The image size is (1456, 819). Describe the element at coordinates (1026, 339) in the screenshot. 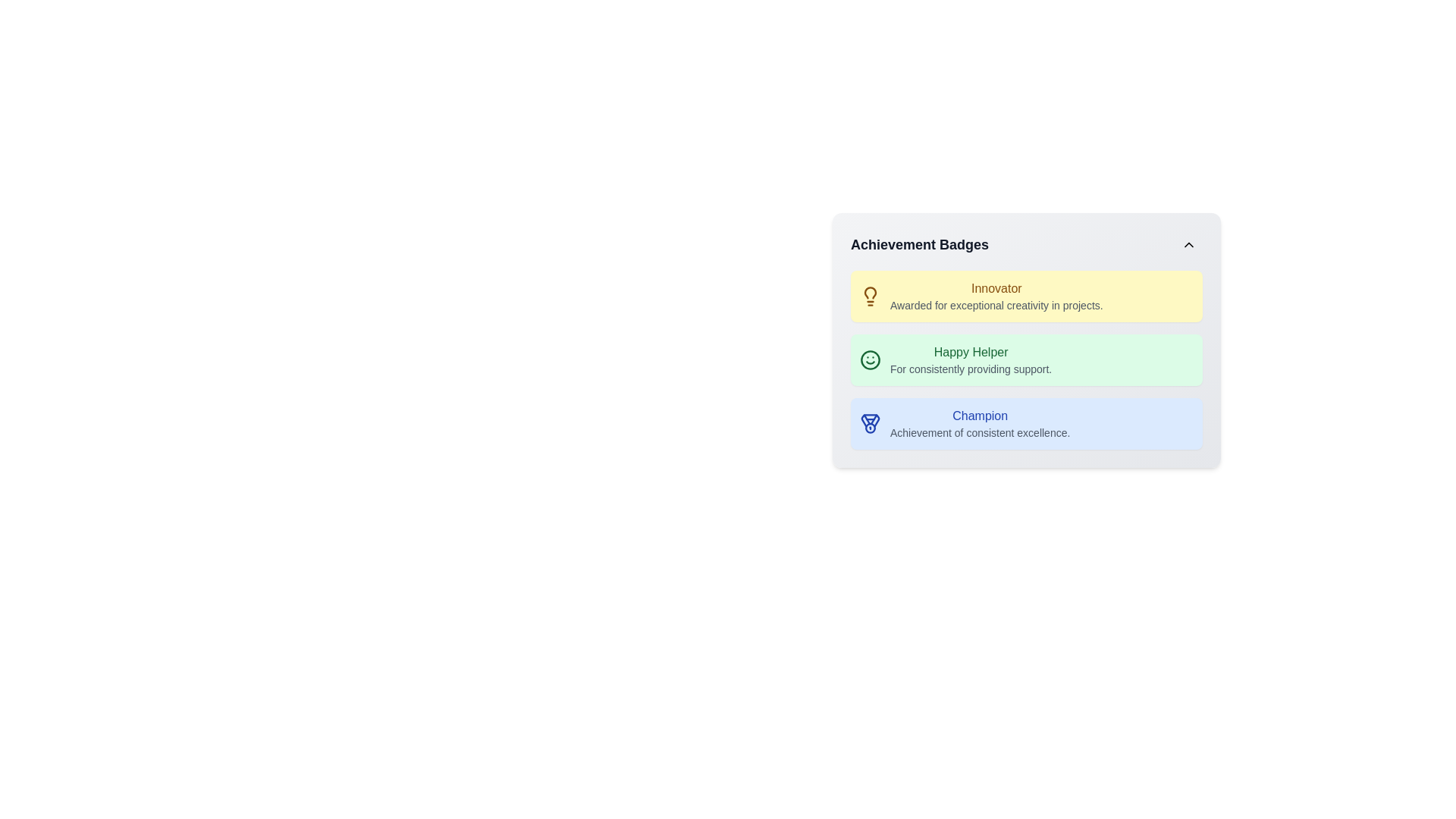

I see `the Informational card titled 'Happy Helper' with a light green background, positioned between the 'Innovator' badge and the 'Champion' badge in the list of achievement badges` at that location.